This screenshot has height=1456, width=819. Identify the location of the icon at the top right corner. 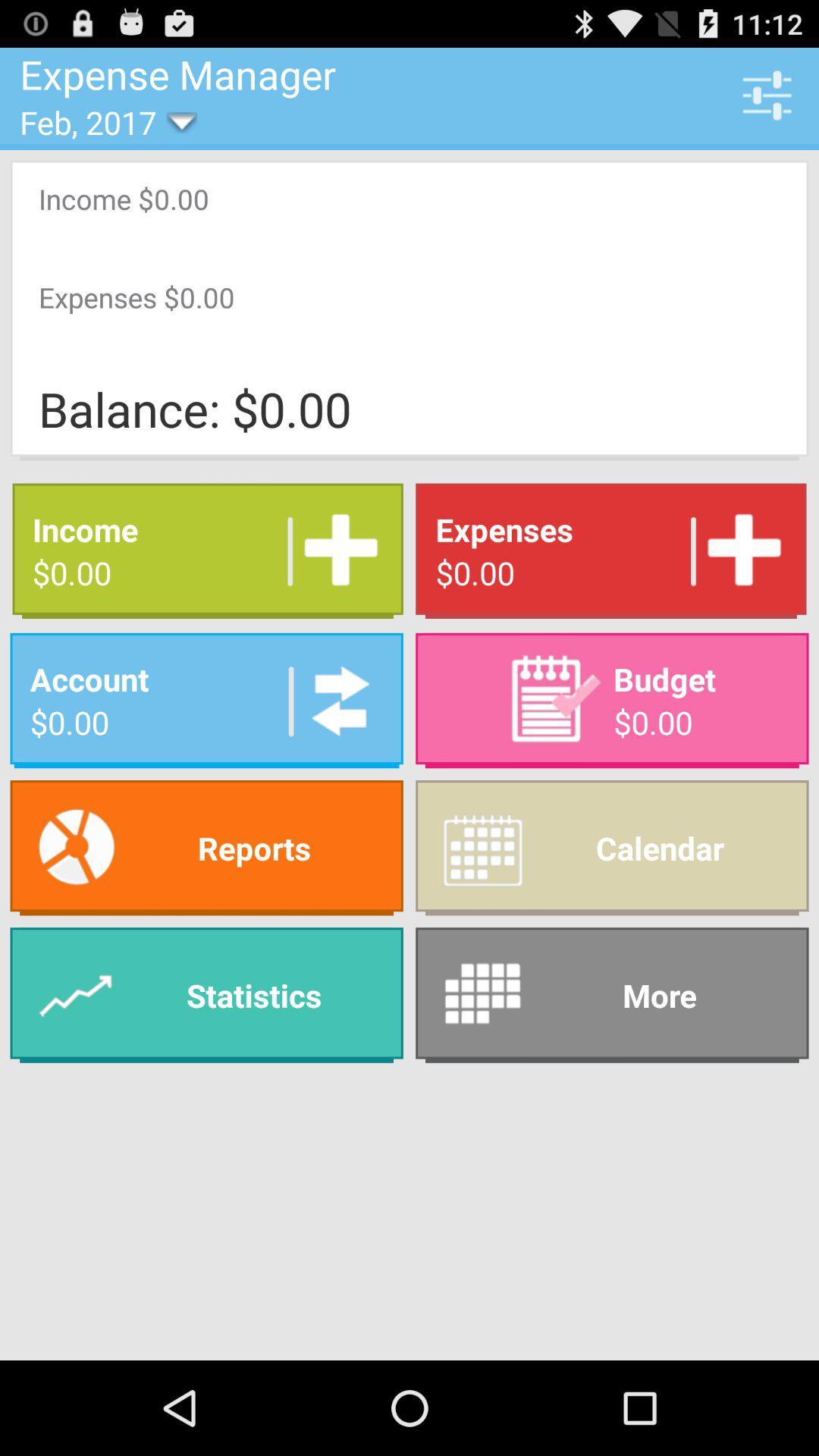
(767, 94).